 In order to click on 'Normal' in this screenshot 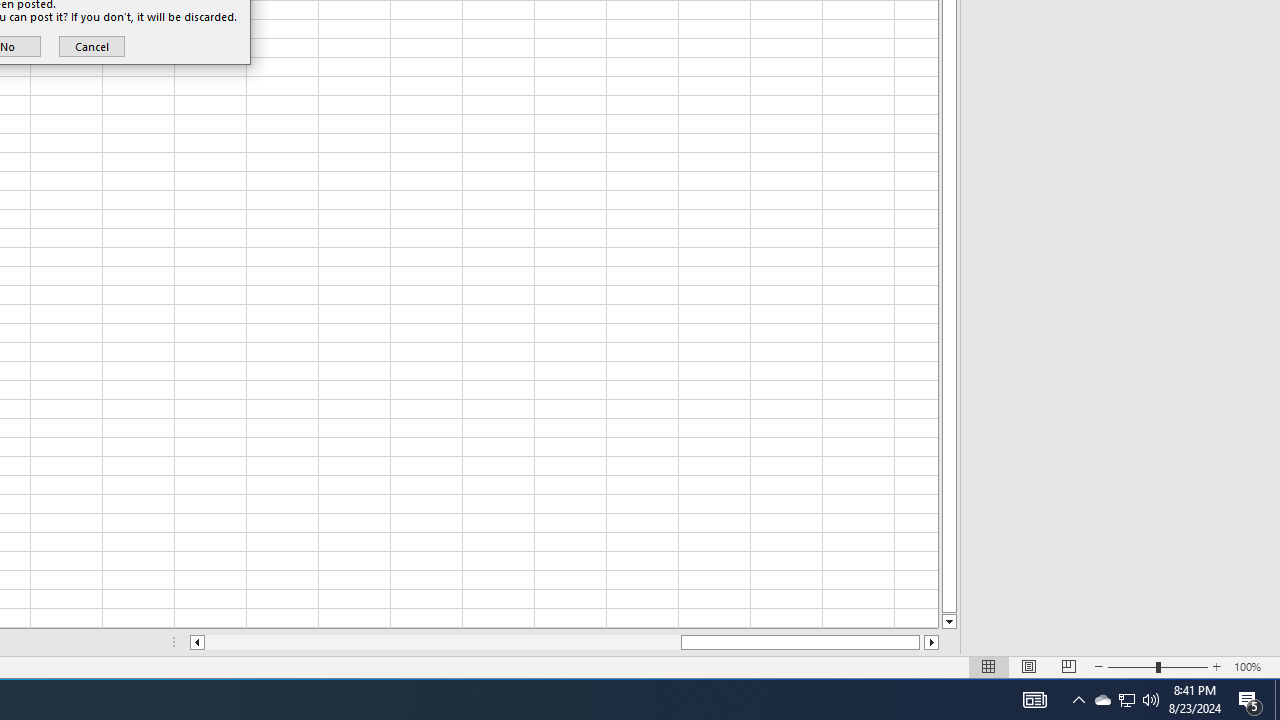, I will do `click(988, 667)`.